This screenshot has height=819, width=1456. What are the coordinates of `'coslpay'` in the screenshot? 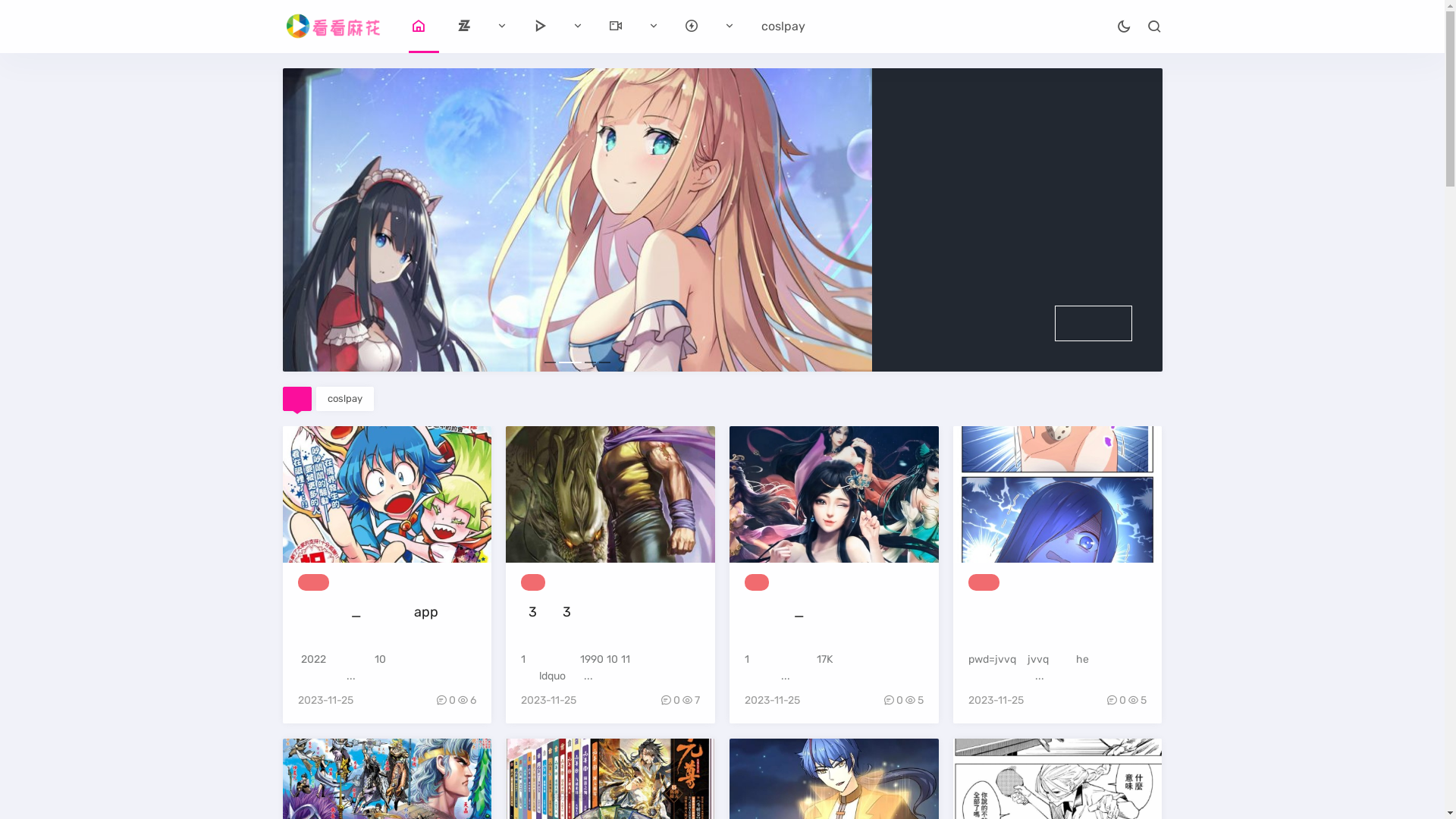 It's located at (327, 397).